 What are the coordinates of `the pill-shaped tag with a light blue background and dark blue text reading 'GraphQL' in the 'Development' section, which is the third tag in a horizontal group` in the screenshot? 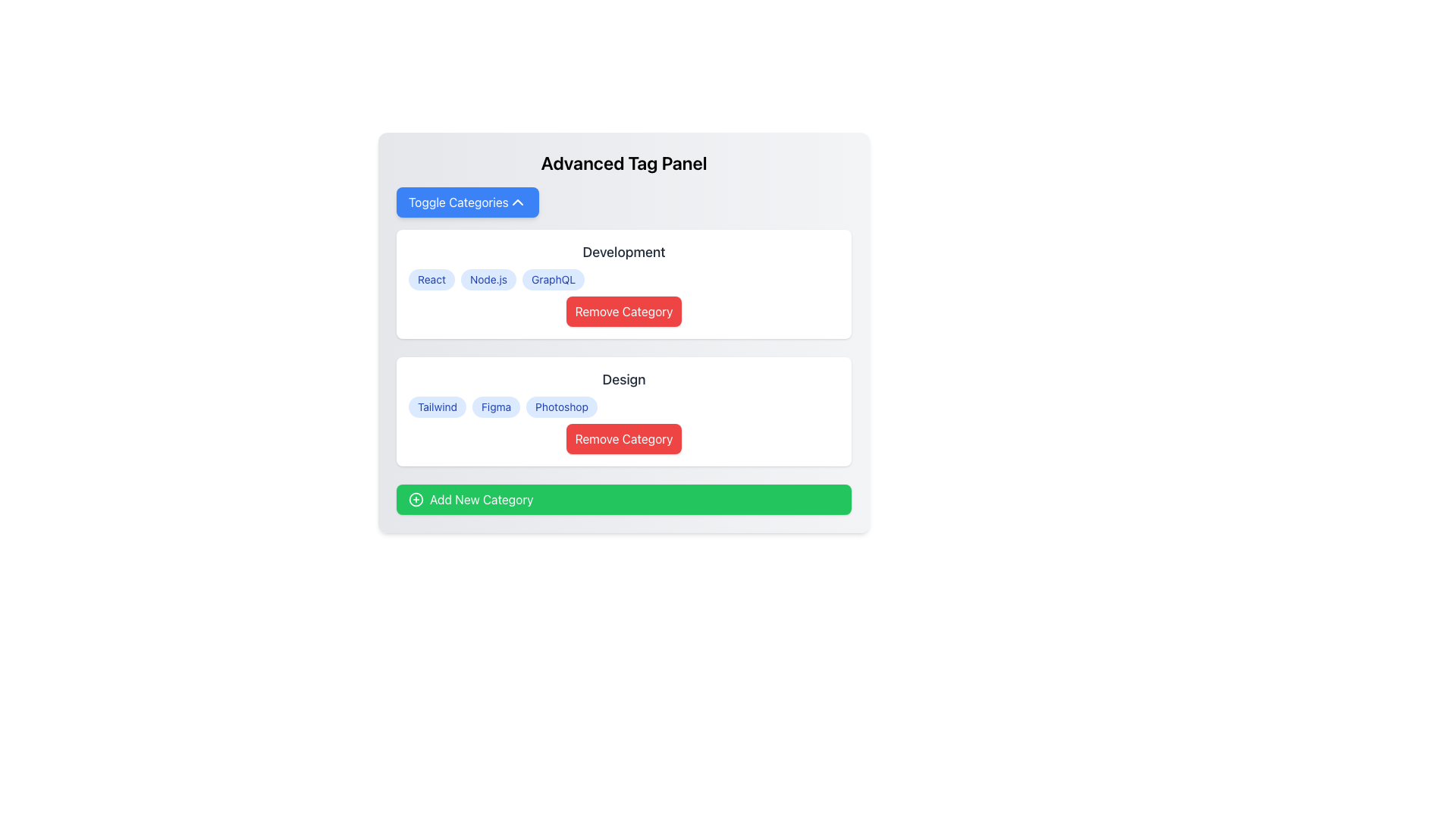 It's located at (553, 280).